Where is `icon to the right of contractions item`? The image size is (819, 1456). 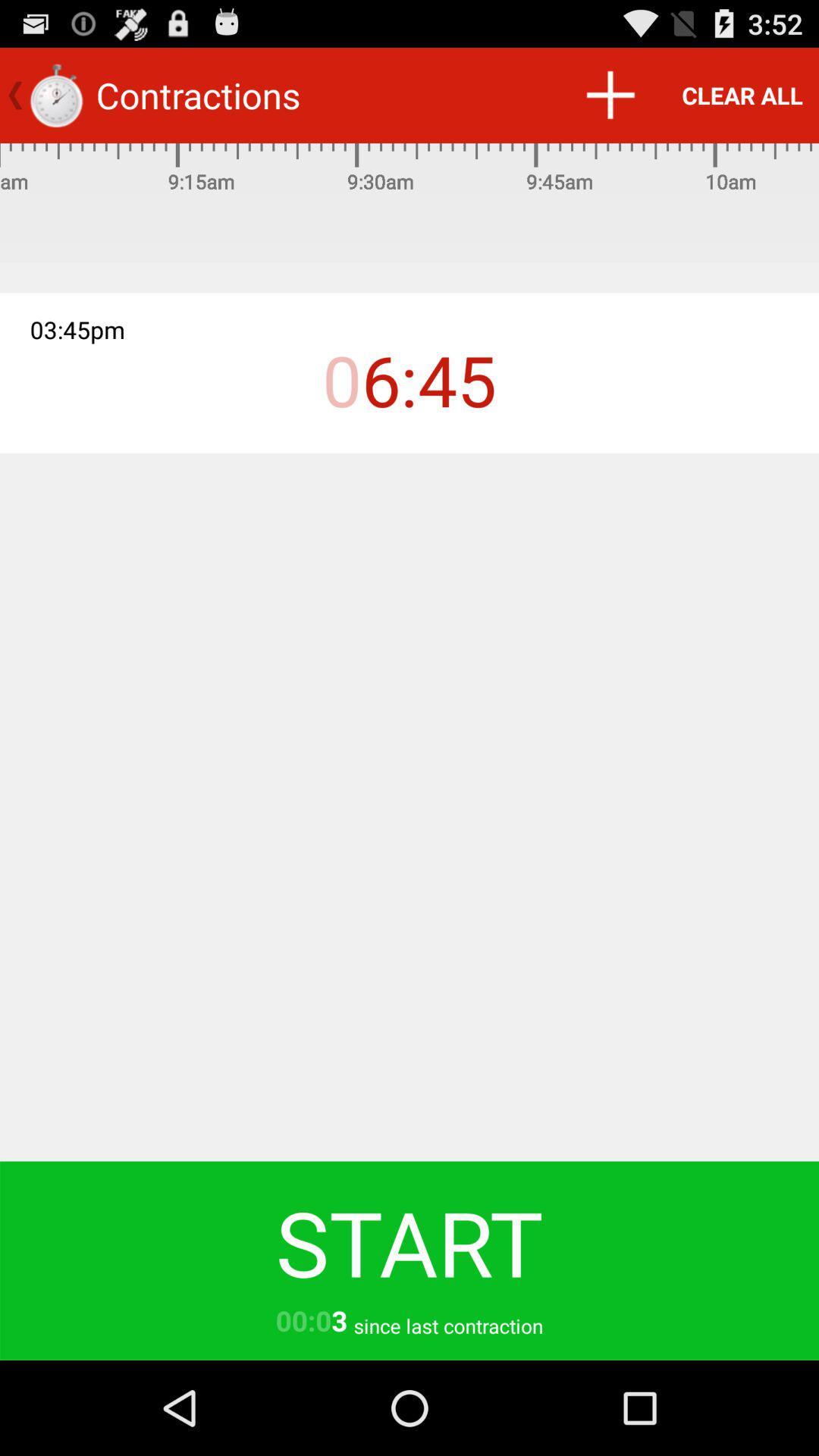
icon to the right of contractions item is located at coordinates (609, 94).